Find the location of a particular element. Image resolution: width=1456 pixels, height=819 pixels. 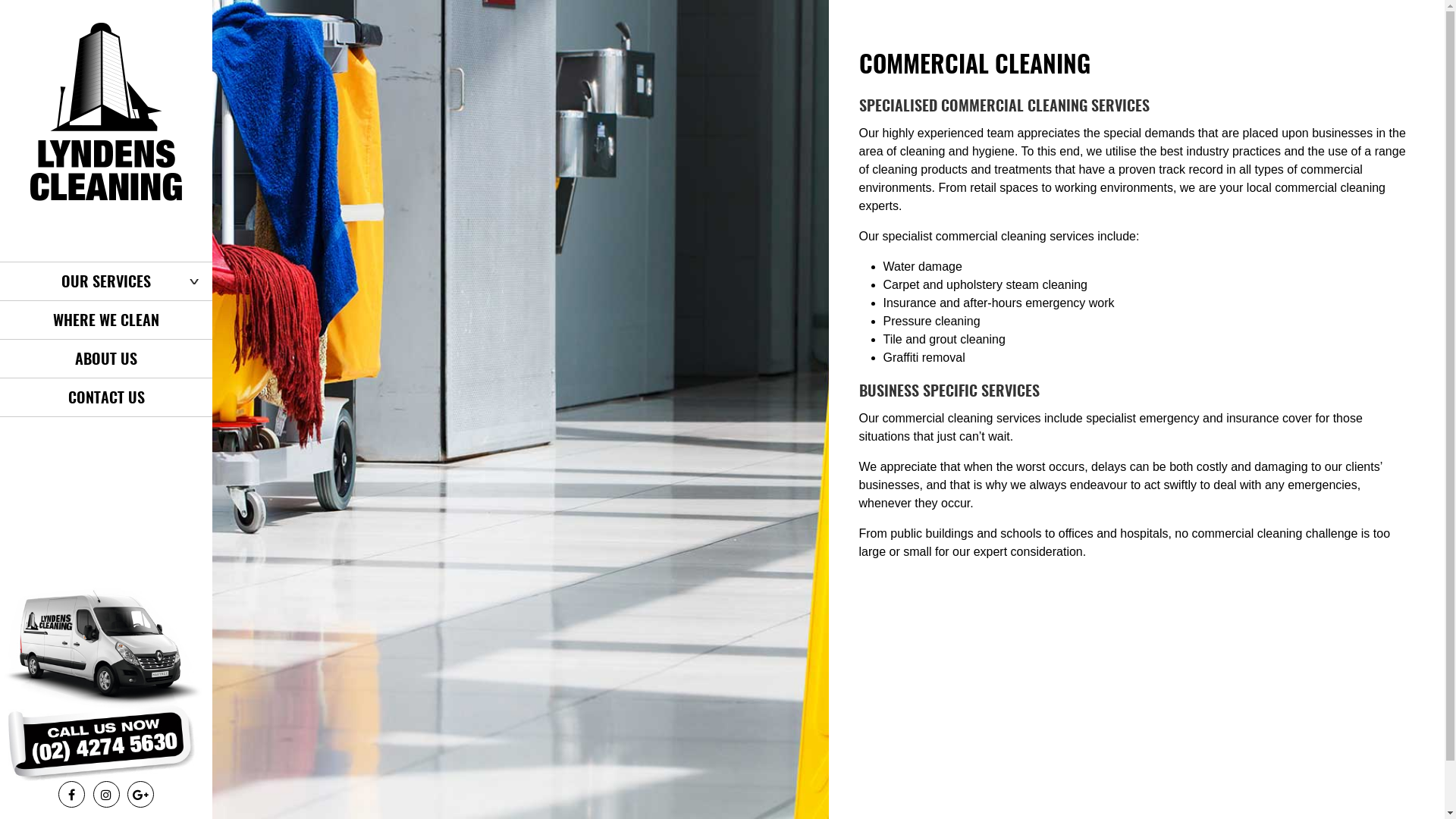

'ABOUT US' is located at coordinates (0, 359).